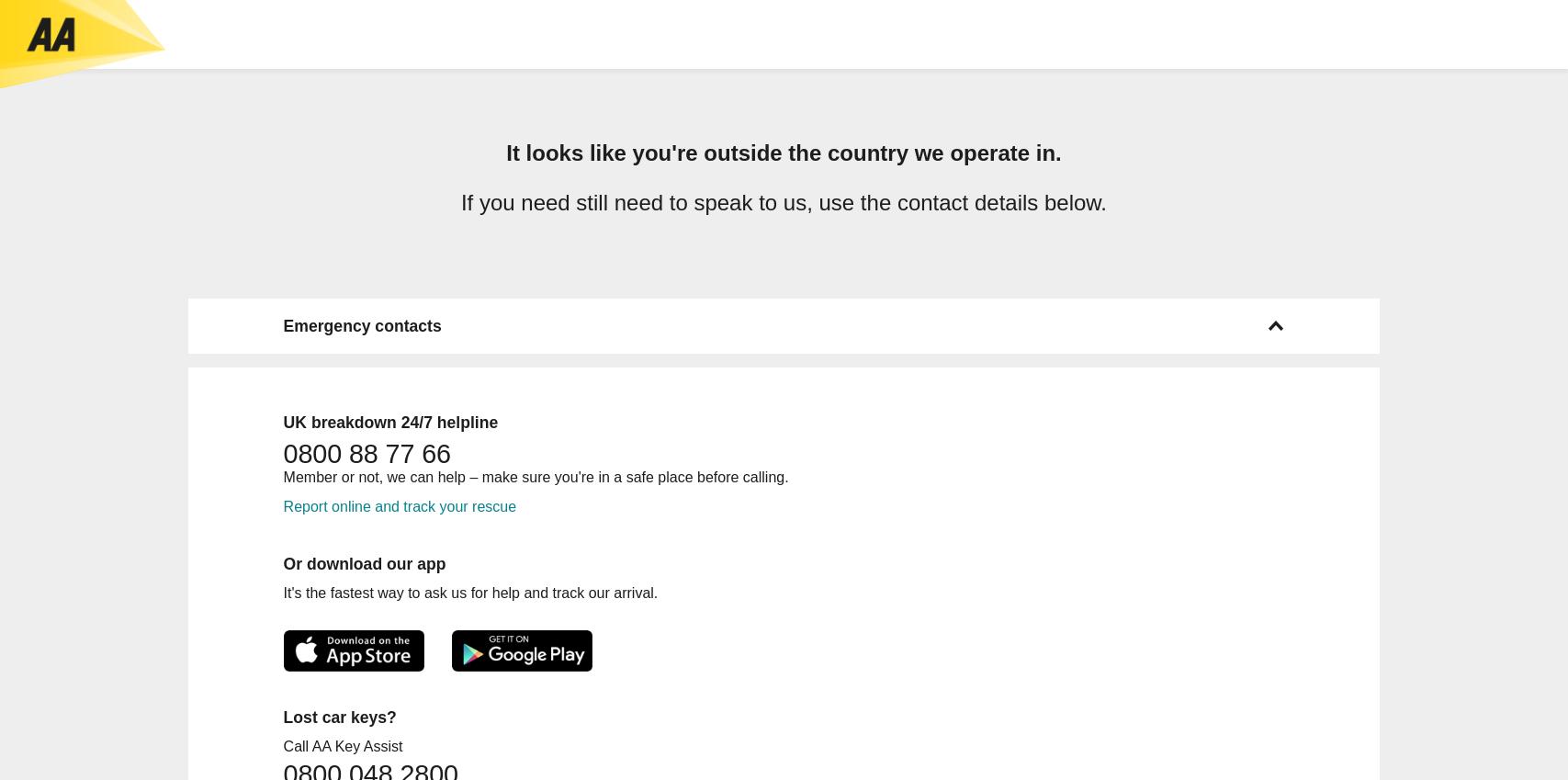  Describe the element at coordinates (535, 475) in the screenshot. I see `'Member or not, we can help – make sure you're in a safe place before calling.'` at that location.